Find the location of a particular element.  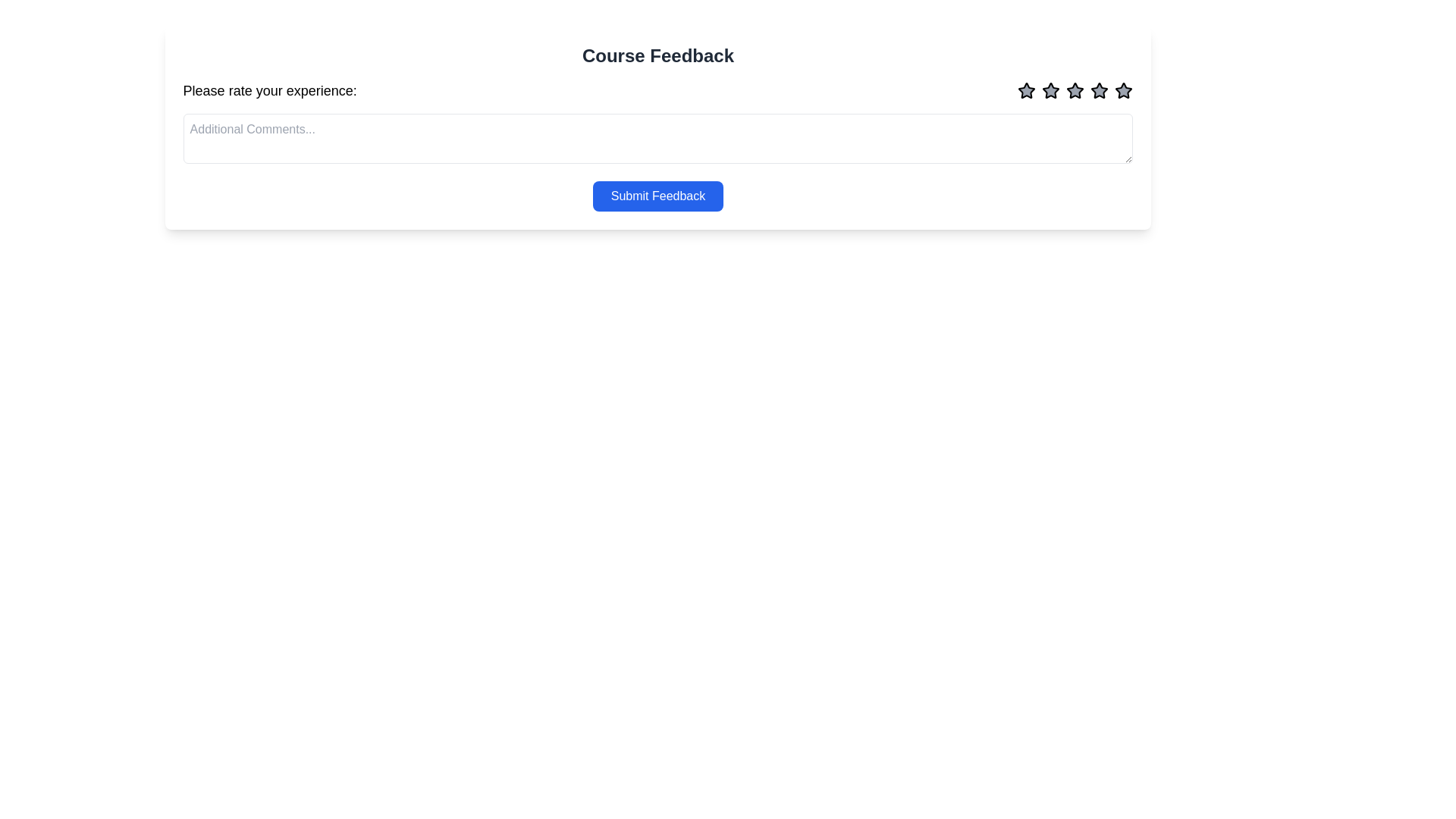

the third star icon from the left in the star rating section is located at coordinates (1050, 90).